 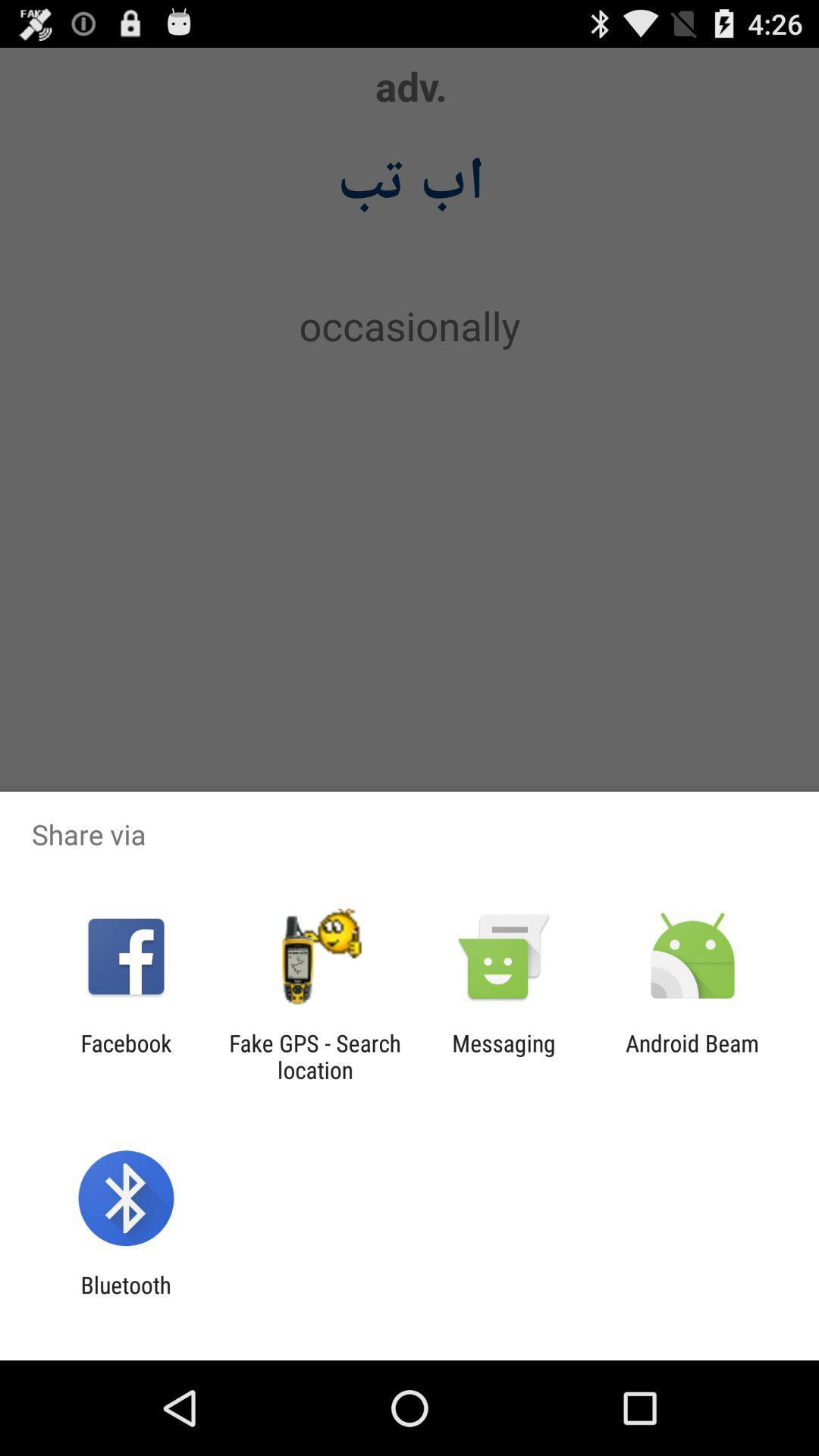 I want to click on icon at the bottom right corner, so click(x=692, y=1056).